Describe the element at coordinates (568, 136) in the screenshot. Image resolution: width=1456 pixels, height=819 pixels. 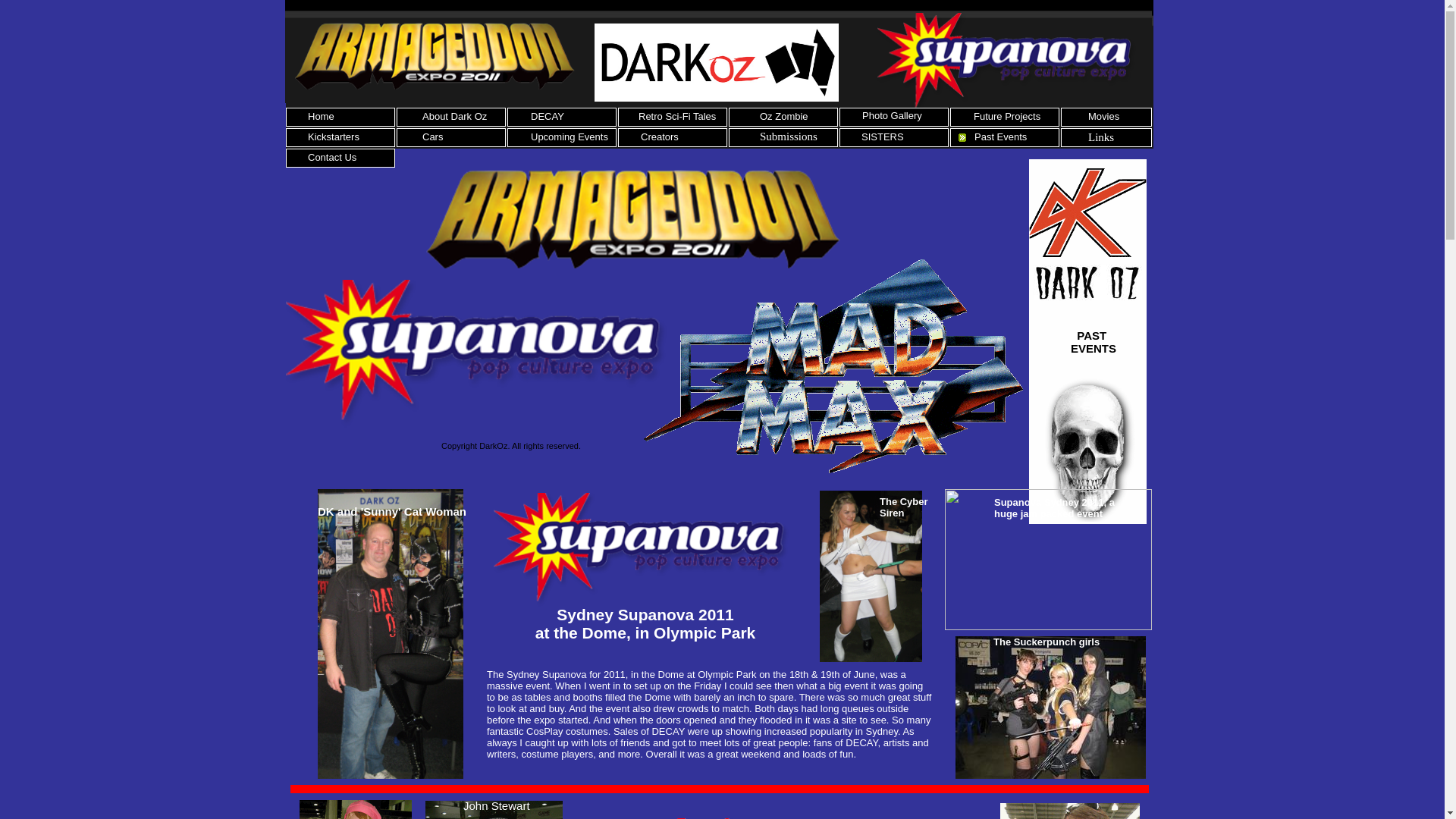
I see `'Upcoming Events'` at that location.